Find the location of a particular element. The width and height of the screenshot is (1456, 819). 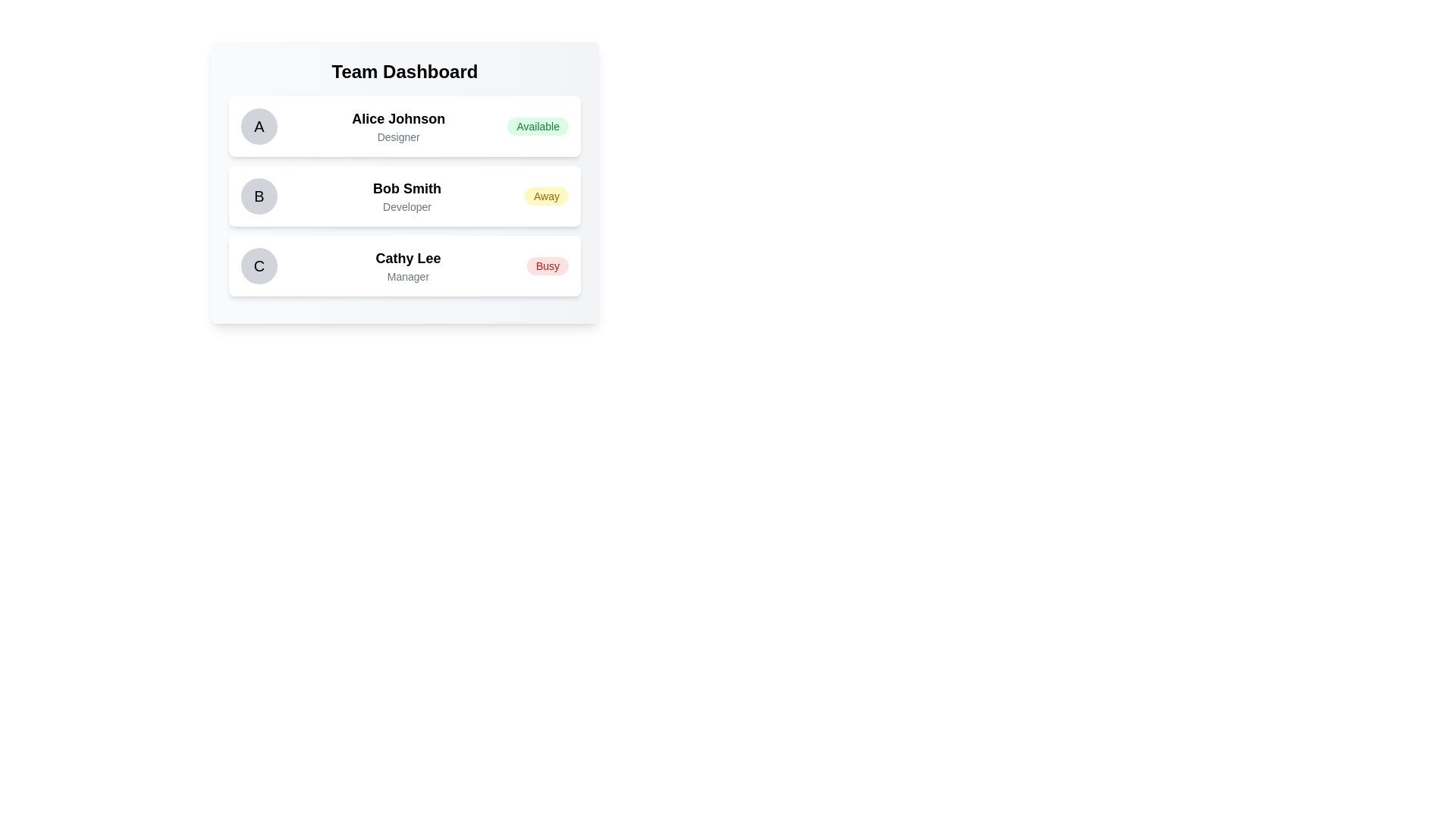

the Text label that indicates the role or title associated with 'Alice Johnson' is located at coordinates (398, 137).